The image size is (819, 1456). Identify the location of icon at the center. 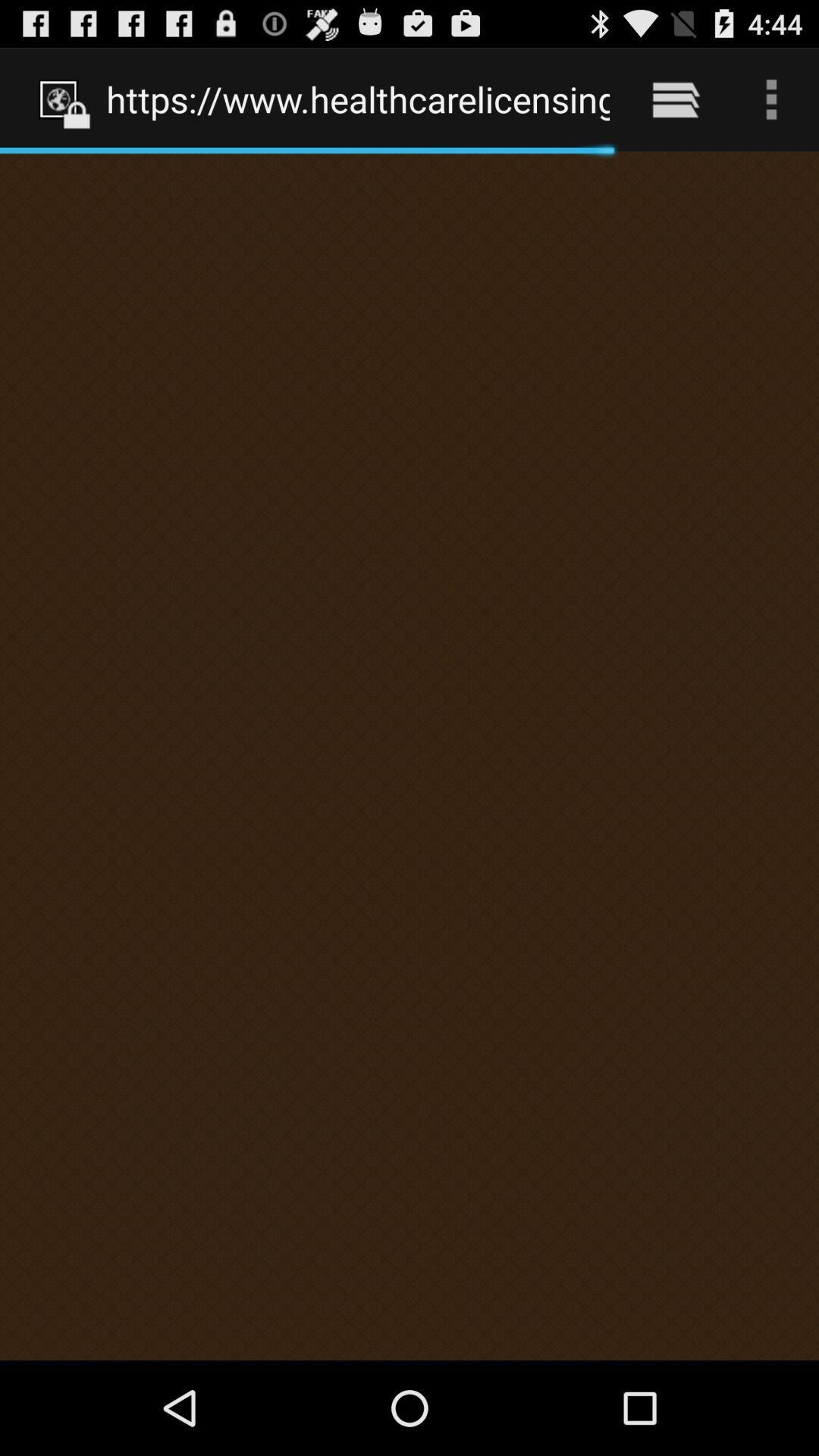
(409, 755).